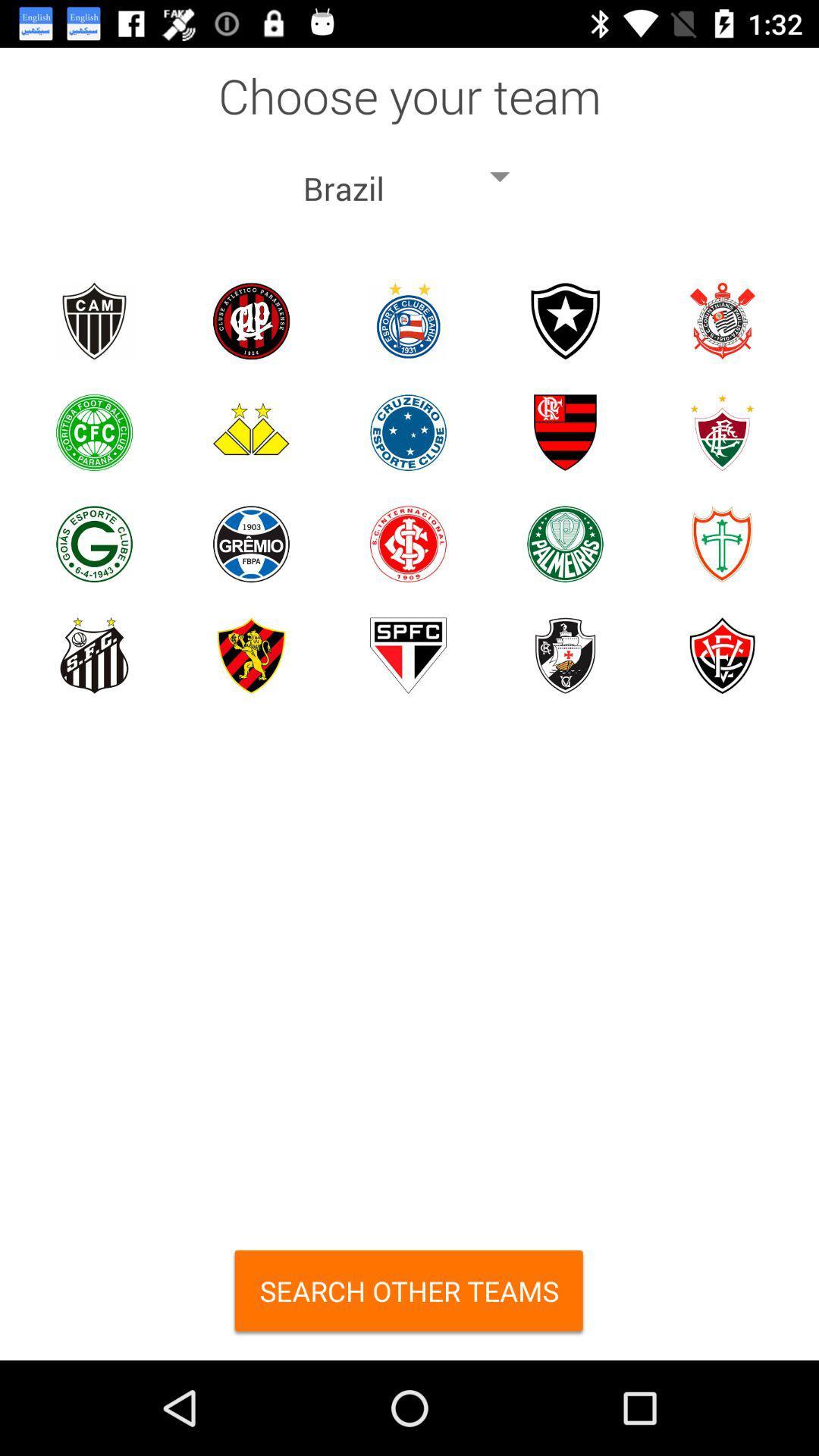 This screenshot has height=1456, width=819. What do you see at coordinates (407, 320) in the screenshot?
I see `esporte clube bahia` at bounding box center [407, 320].